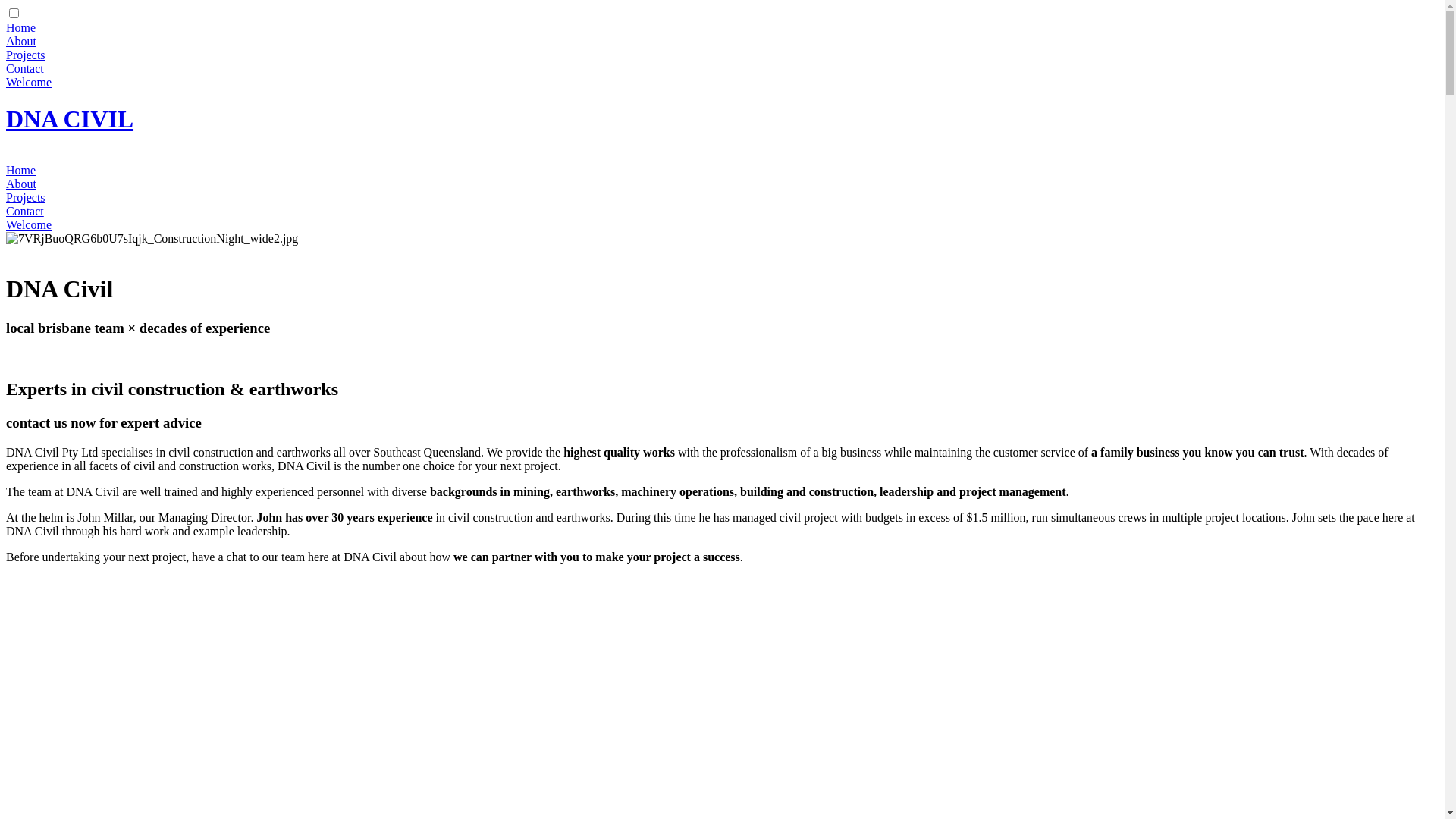  I want to click on 'Welcome', so click(6, 82).